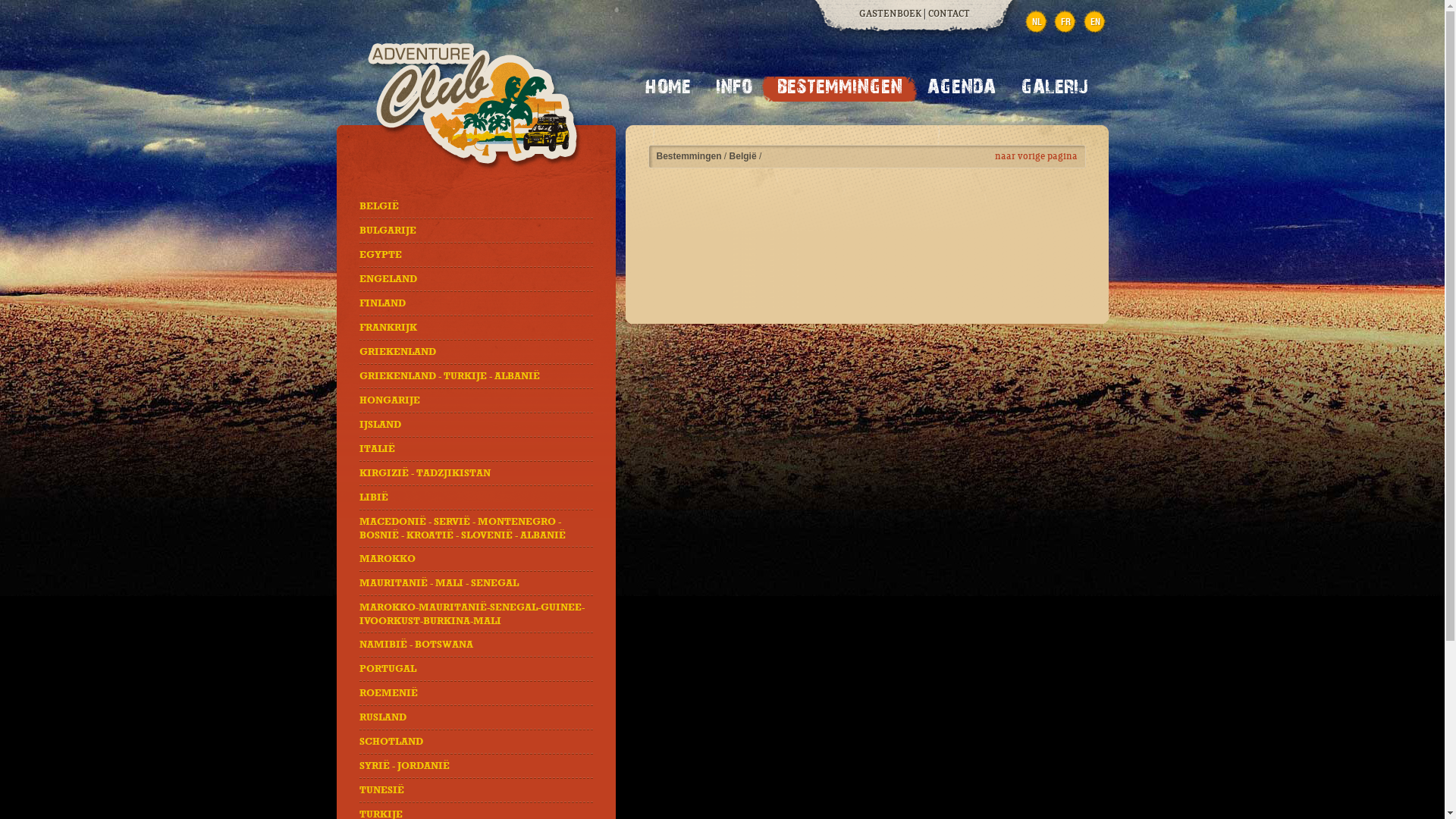 This screenshot has width=1456, height=819. What do you see at coordinates (1035, 156) in the screenshot?
I see `'naar vorige pagina'` at bounding box center [1035, 156].